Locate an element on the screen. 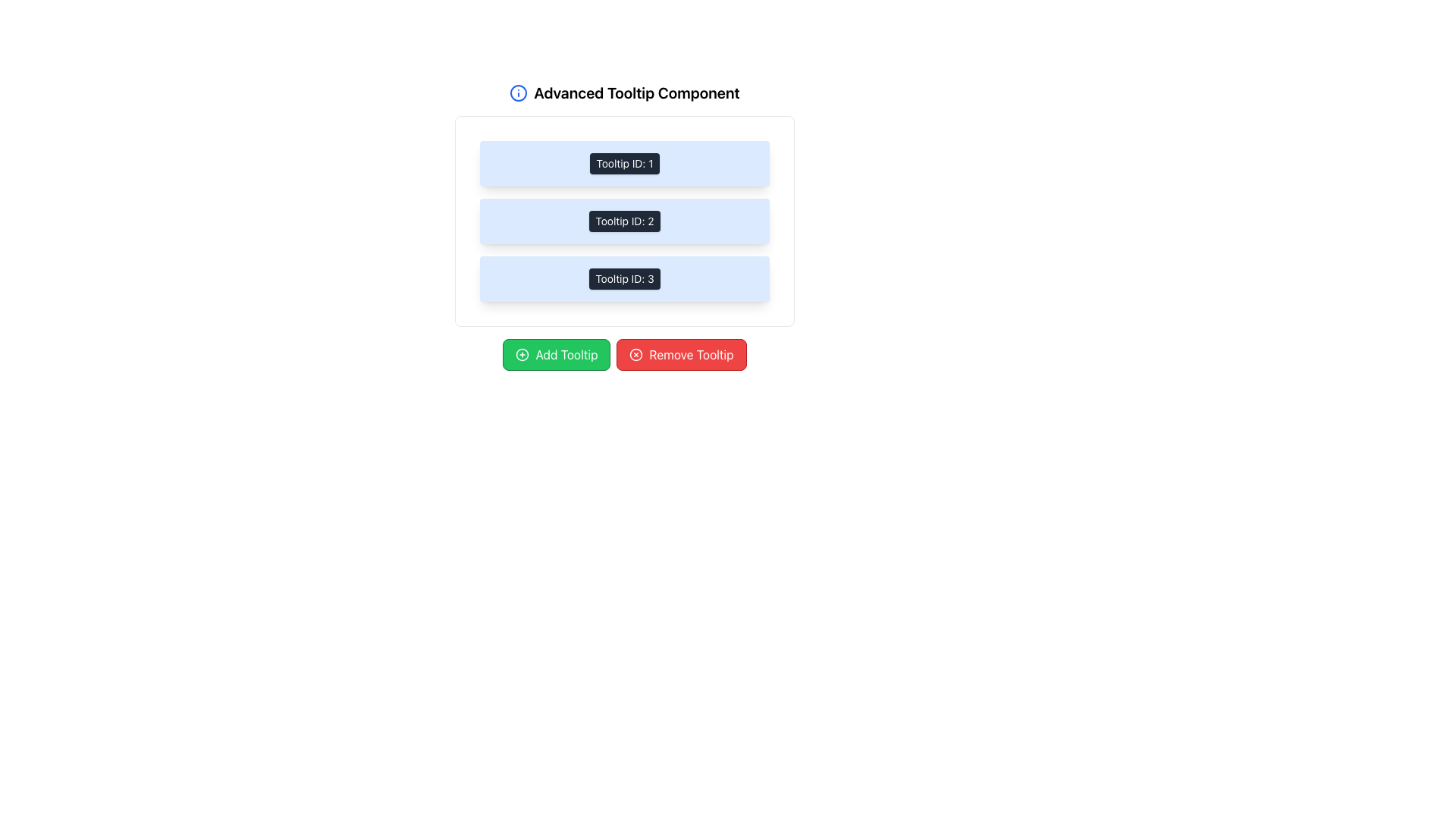  text displayed in the first tooltip, which shows 'Tooltip ID: 1' in white on a dark background is located at coordinates (625, 164).